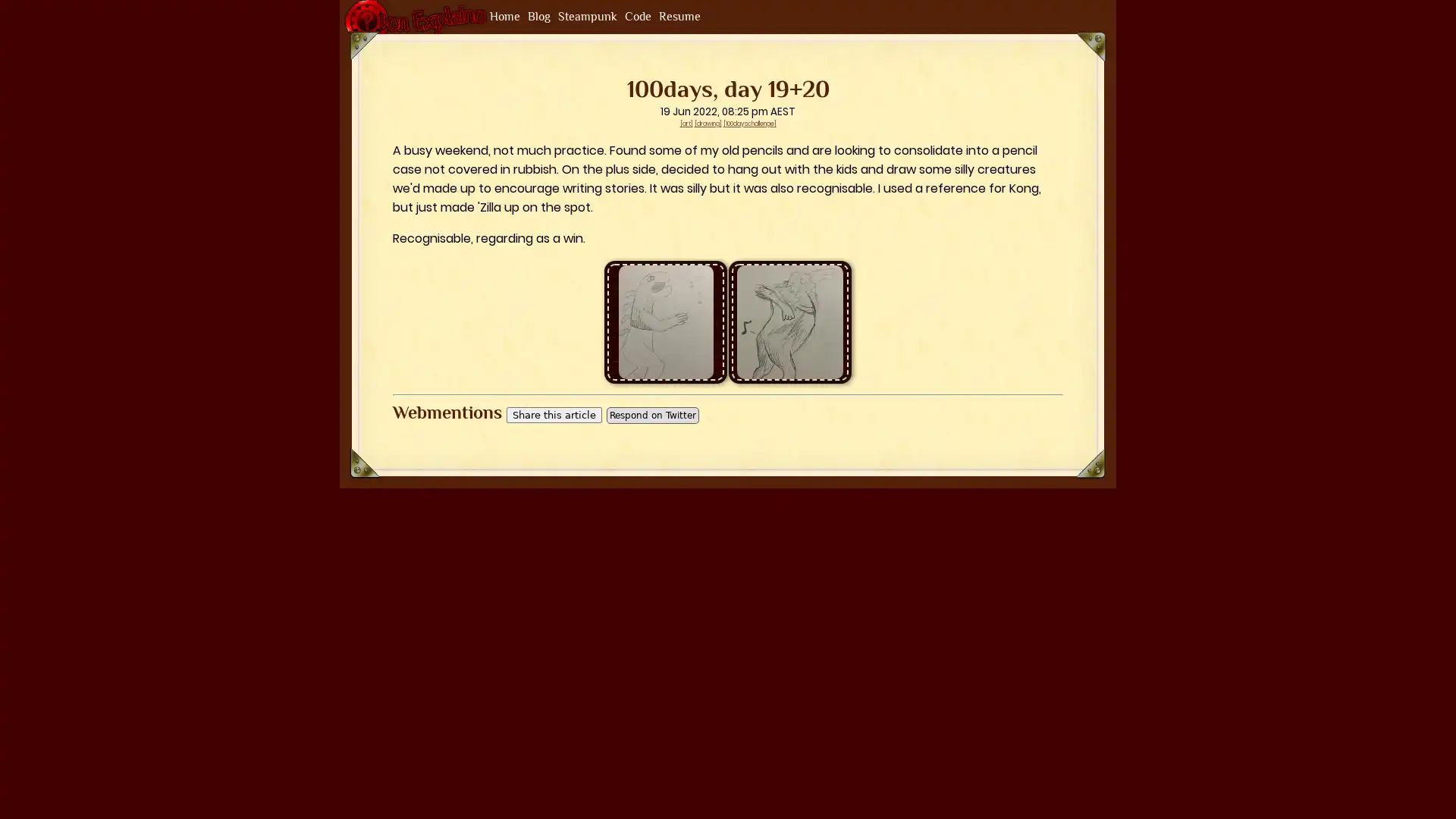  I want to click on Share this article, so click(553, 415).